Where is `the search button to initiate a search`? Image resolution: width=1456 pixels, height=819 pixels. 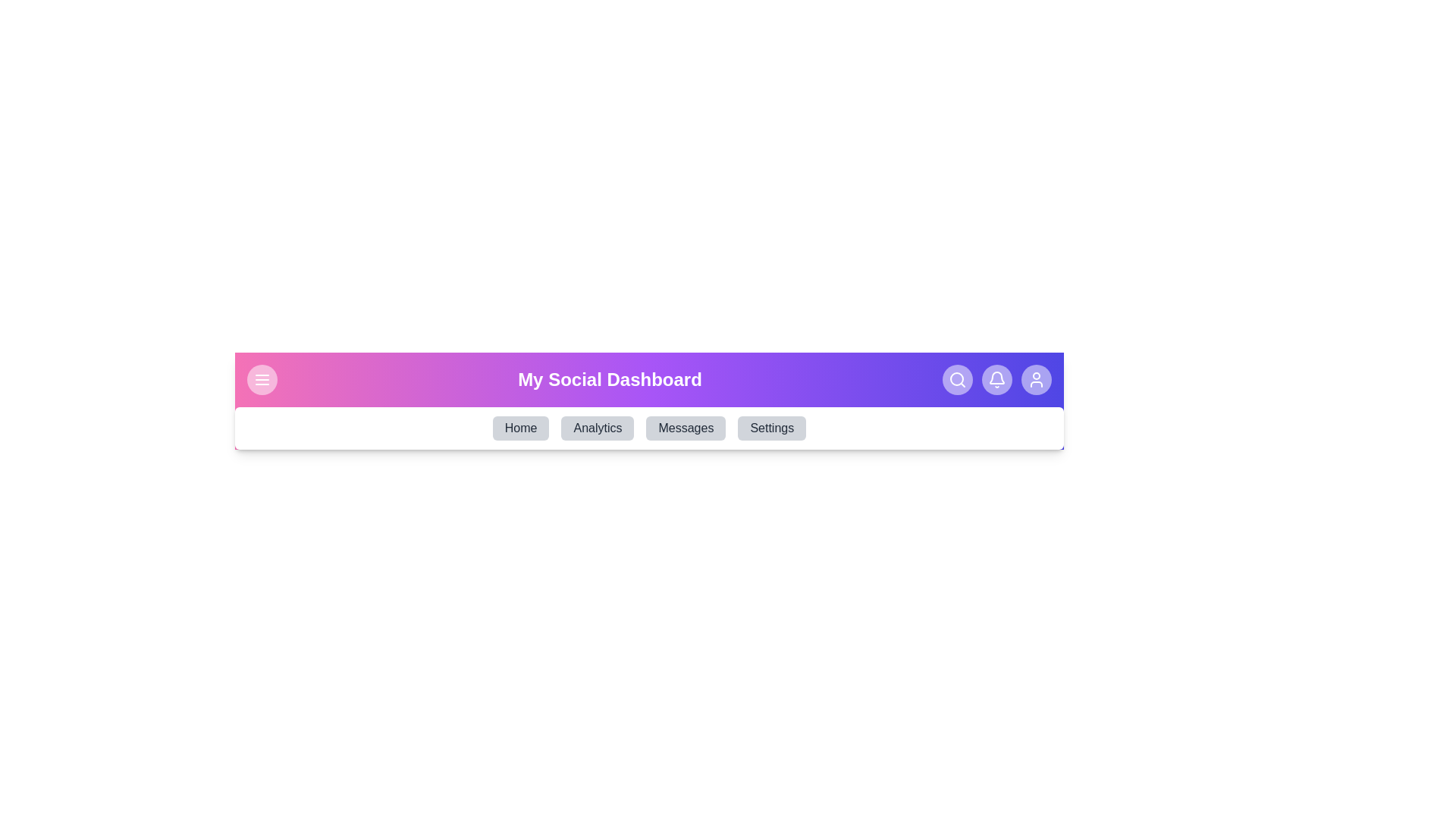 the search button to initiate a search is located at coordinates (956, 379).